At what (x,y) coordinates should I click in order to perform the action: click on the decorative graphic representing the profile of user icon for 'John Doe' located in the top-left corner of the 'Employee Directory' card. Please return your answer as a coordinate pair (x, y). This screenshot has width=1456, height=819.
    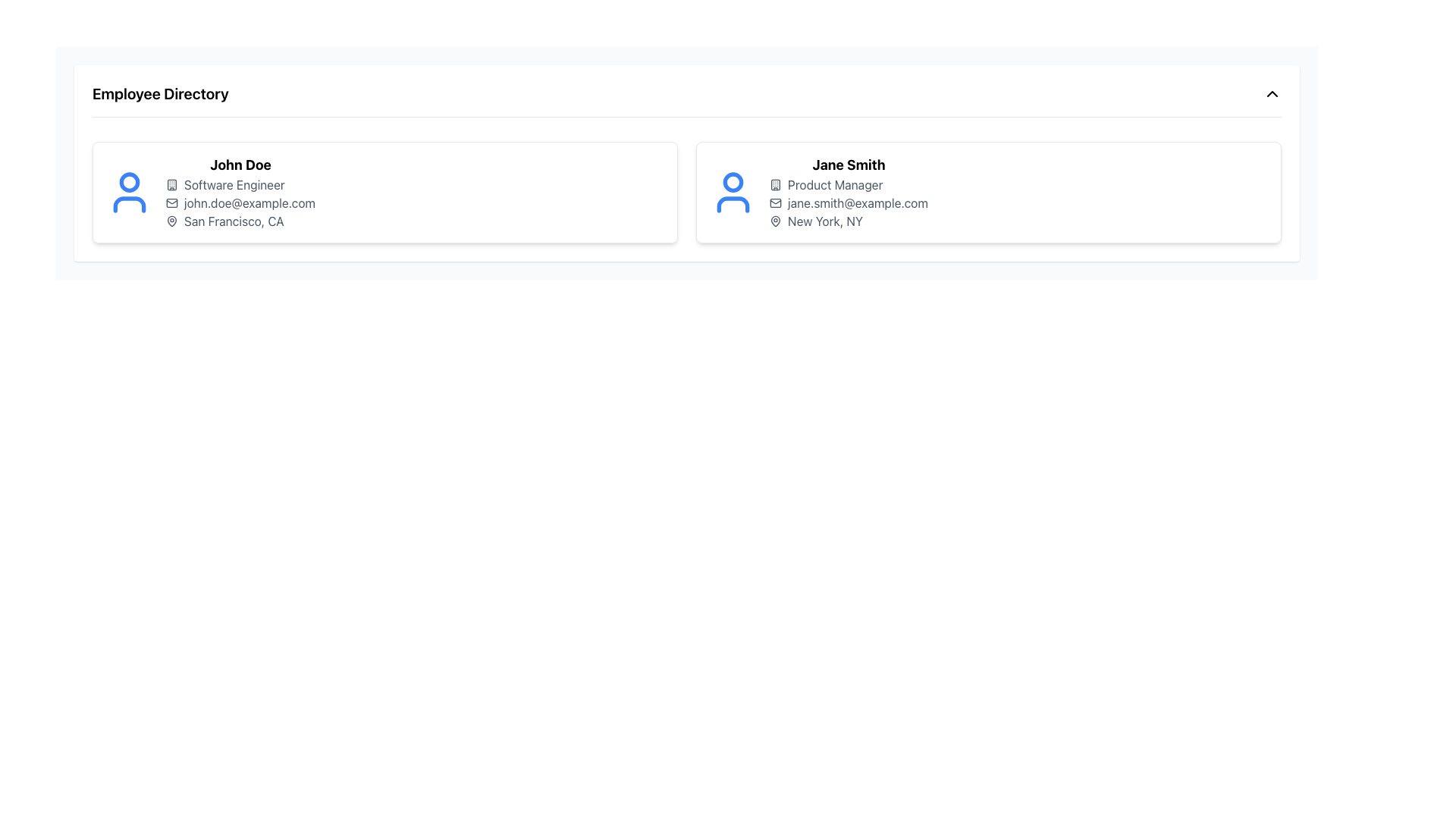
    Looking at the image, I should click on (130, 180).